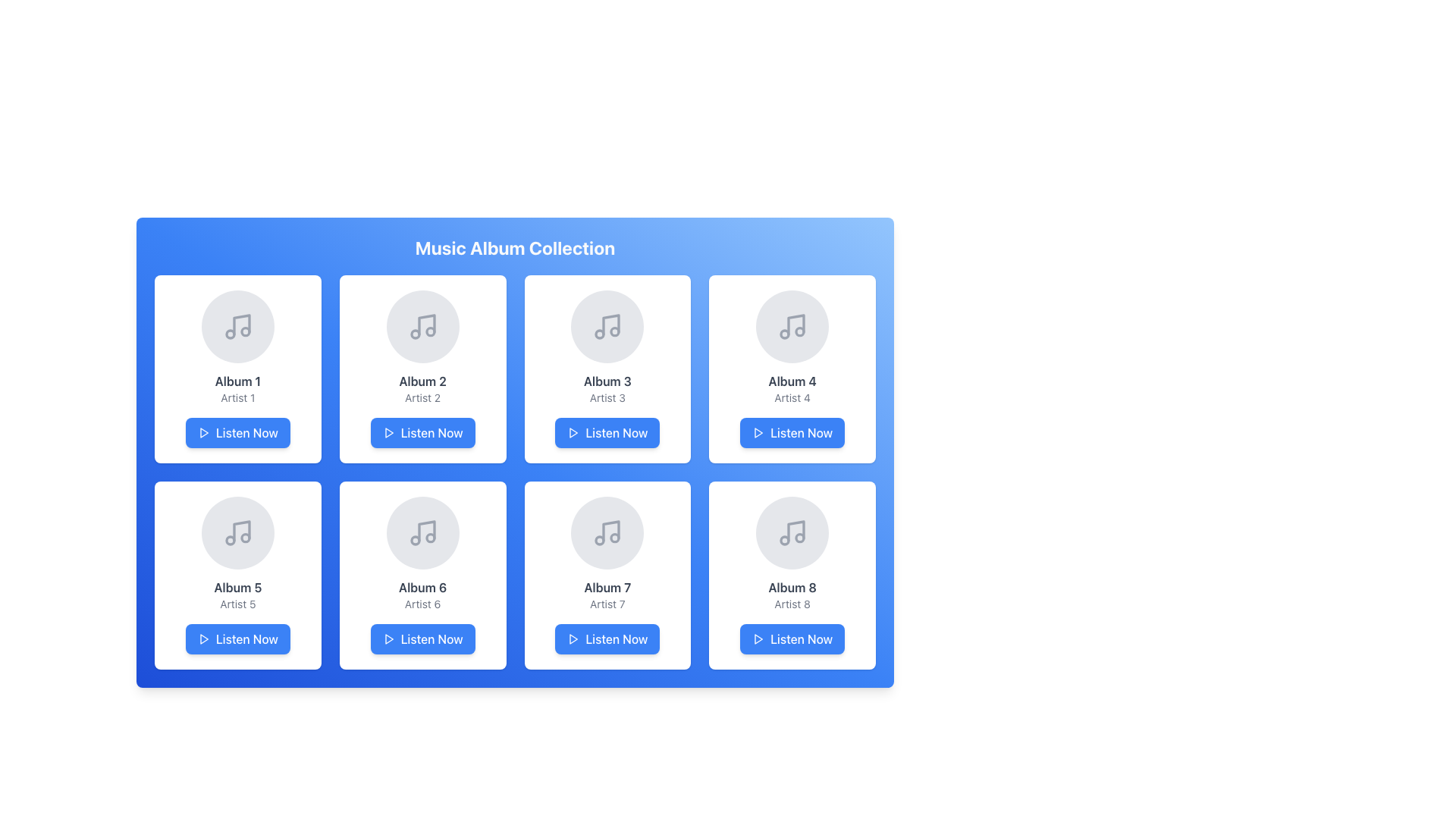 This screenshot has width=1456, height=819. What do you see at coordinates (758, 639) in the screenshot?
I see `the Play icon located within the 'Listen Now' button at the bottom of the album panel for 'Album 8 - Artist 8'` at bounding box center [758, 639].